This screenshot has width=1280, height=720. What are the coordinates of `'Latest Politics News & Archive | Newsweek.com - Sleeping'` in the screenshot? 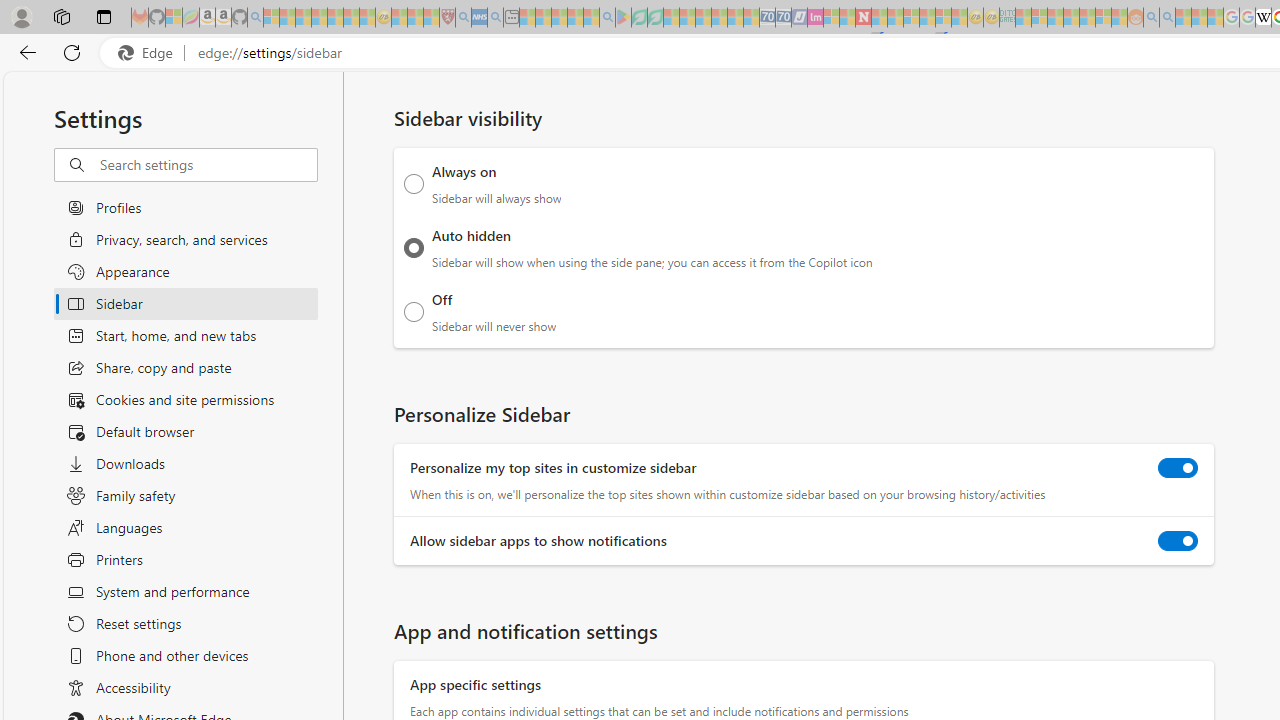 It's located at (864, 17).